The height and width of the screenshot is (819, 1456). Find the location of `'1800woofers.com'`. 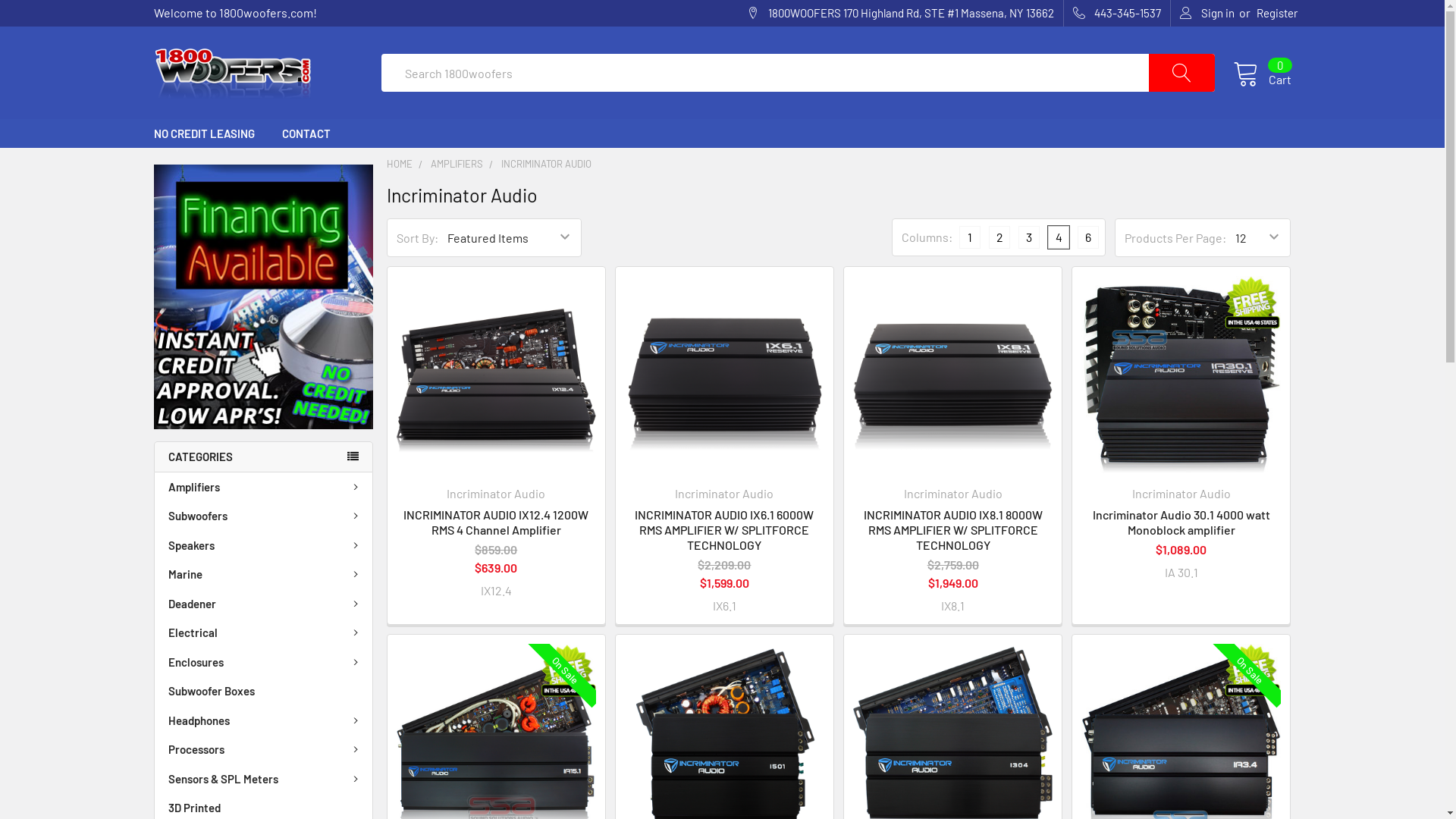

'1800woofers.com' is located at coordinates (231, 73).